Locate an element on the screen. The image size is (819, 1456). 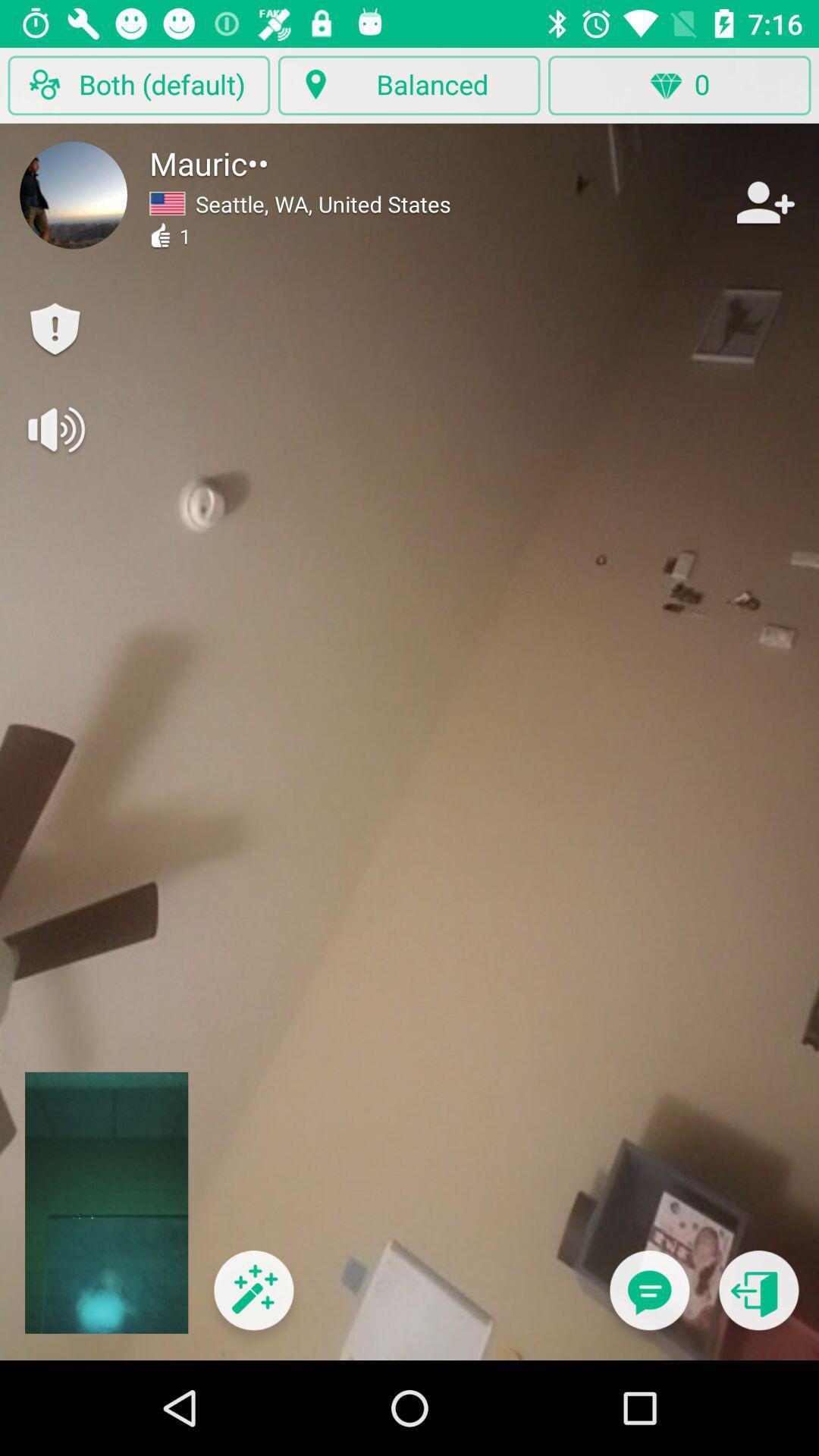
apply filters is located at coordinates (253, 1299).